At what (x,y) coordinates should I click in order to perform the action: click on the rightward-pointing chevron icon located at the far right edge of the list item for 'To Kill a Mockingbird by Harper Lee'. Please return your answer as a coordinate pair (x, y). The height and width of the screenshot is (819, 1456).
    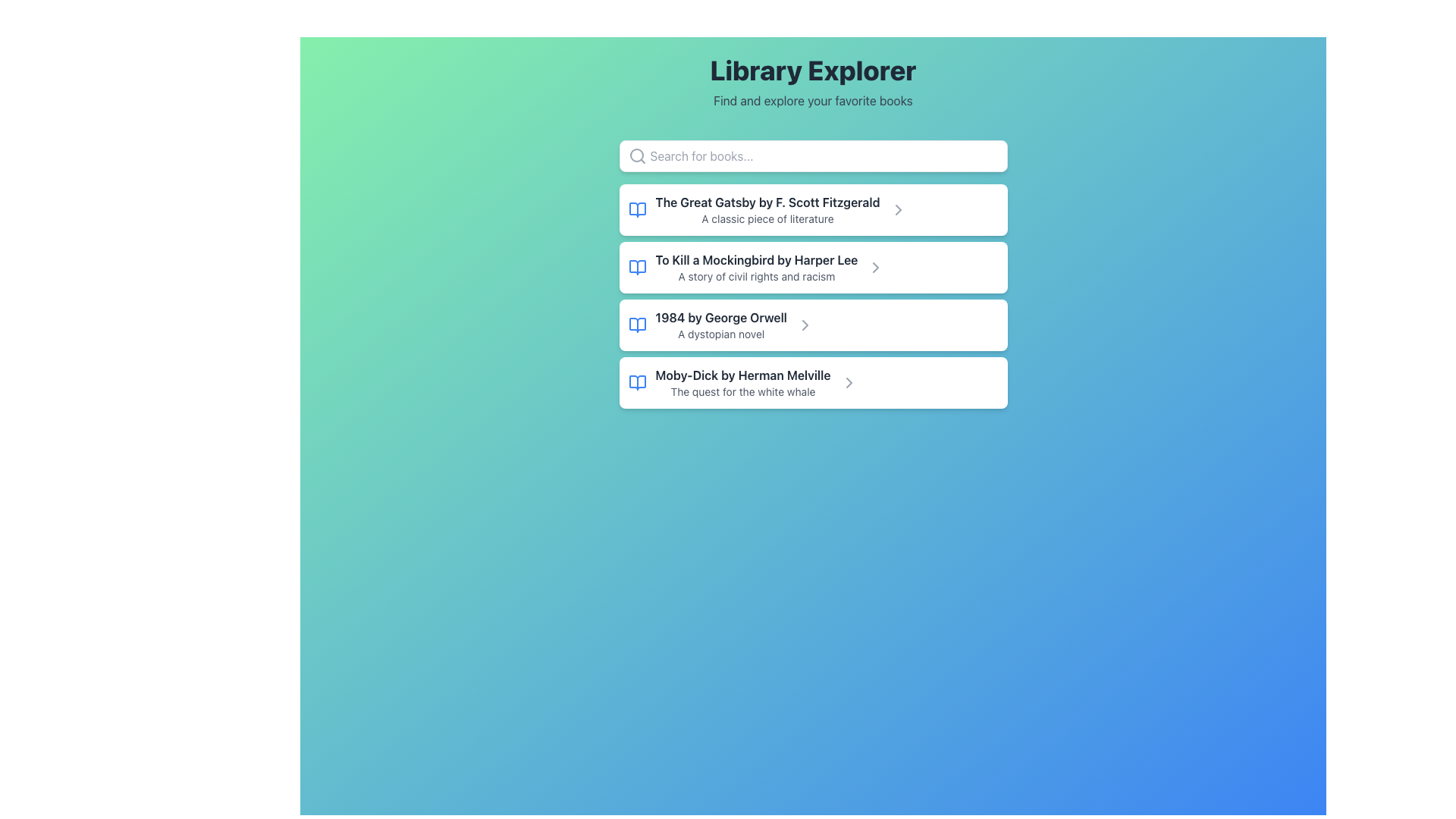
    Looking at the image, I should click on (876, 267).